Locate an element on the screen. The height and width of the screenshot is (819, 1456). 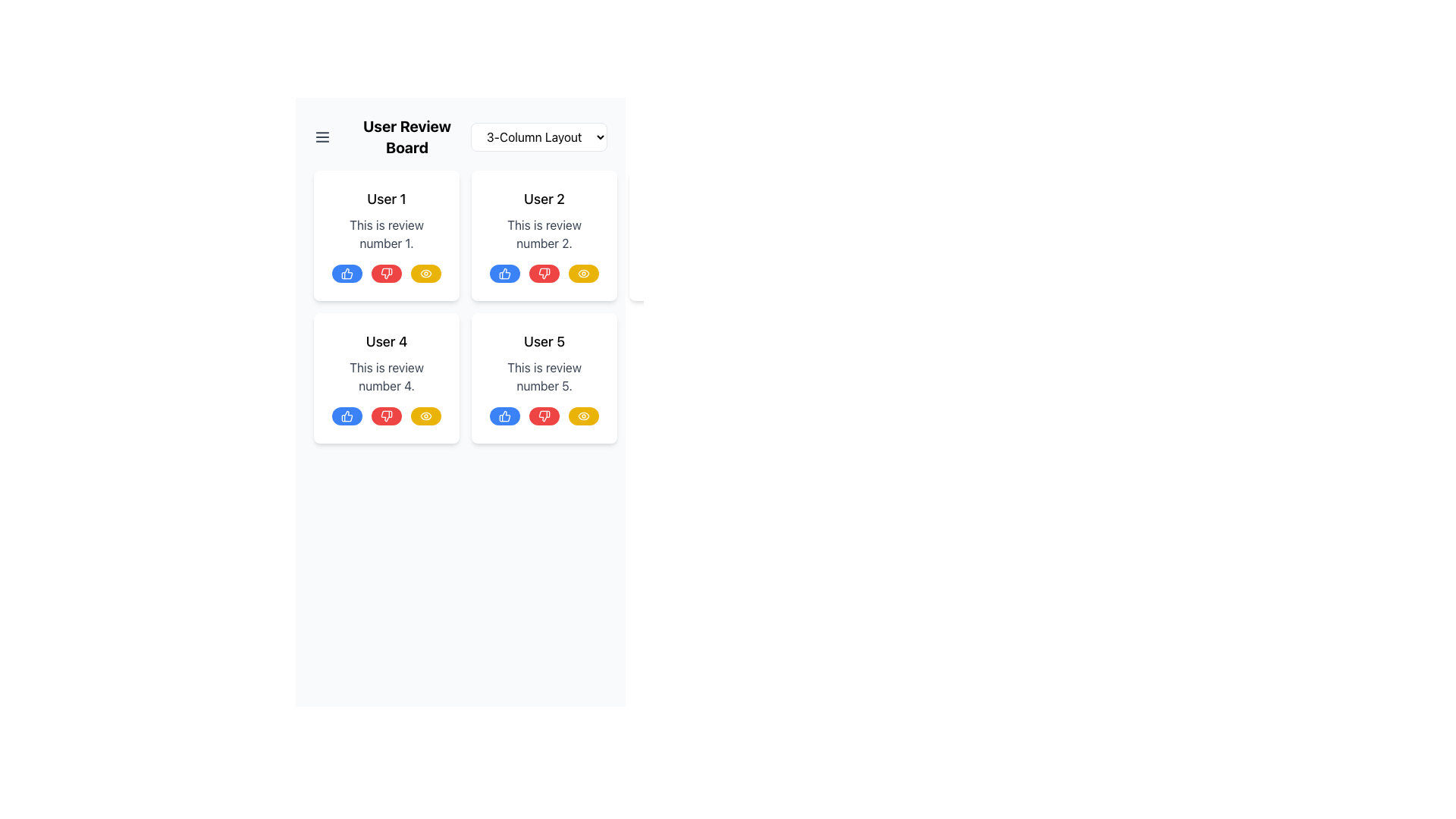
the middle dislike button located under 'User 4' in the review card to register a dislike is located at coordinates (386, 416).